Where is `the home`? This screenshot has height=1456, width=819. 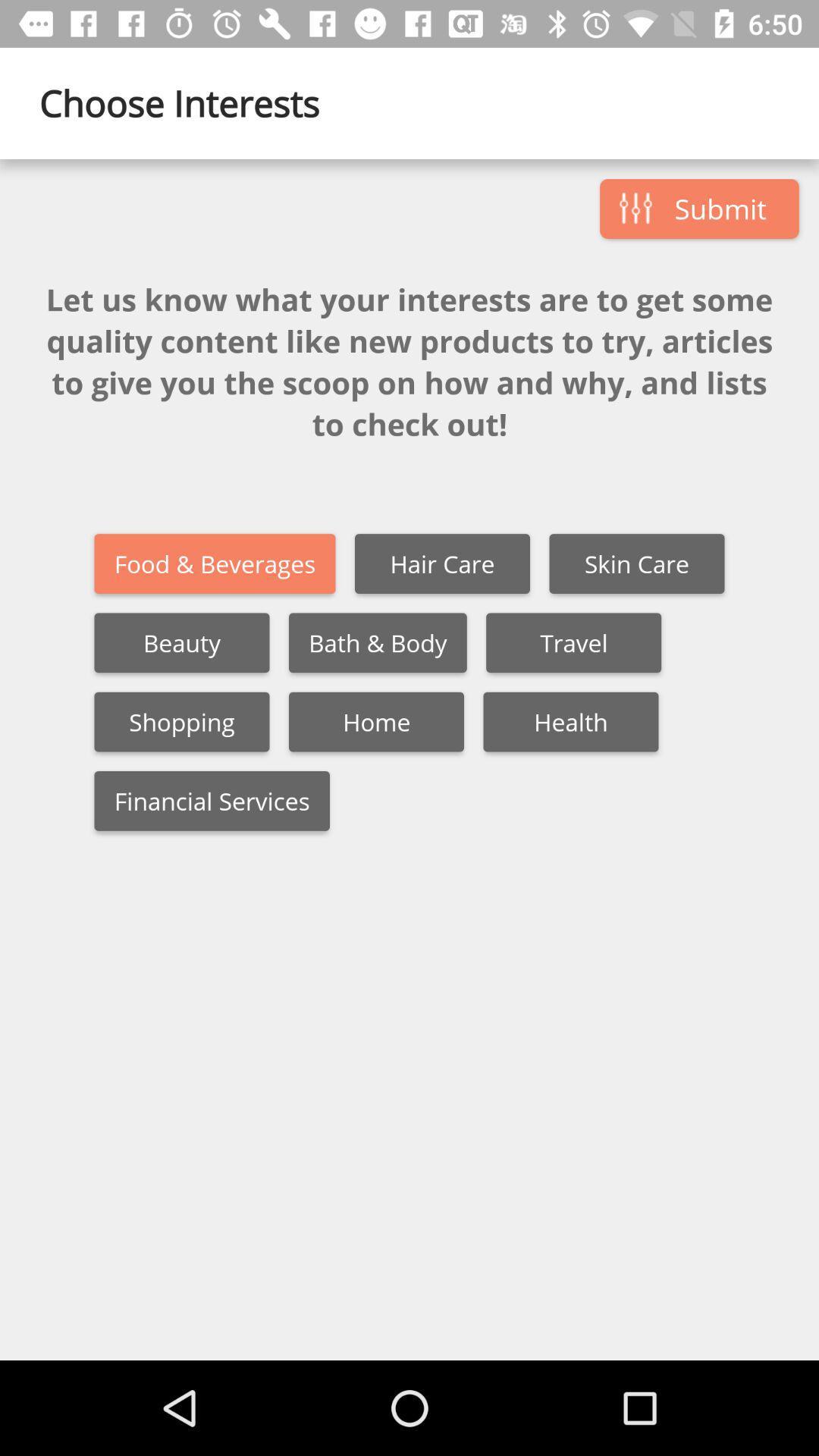 the home is located at coordinates (375, 721).